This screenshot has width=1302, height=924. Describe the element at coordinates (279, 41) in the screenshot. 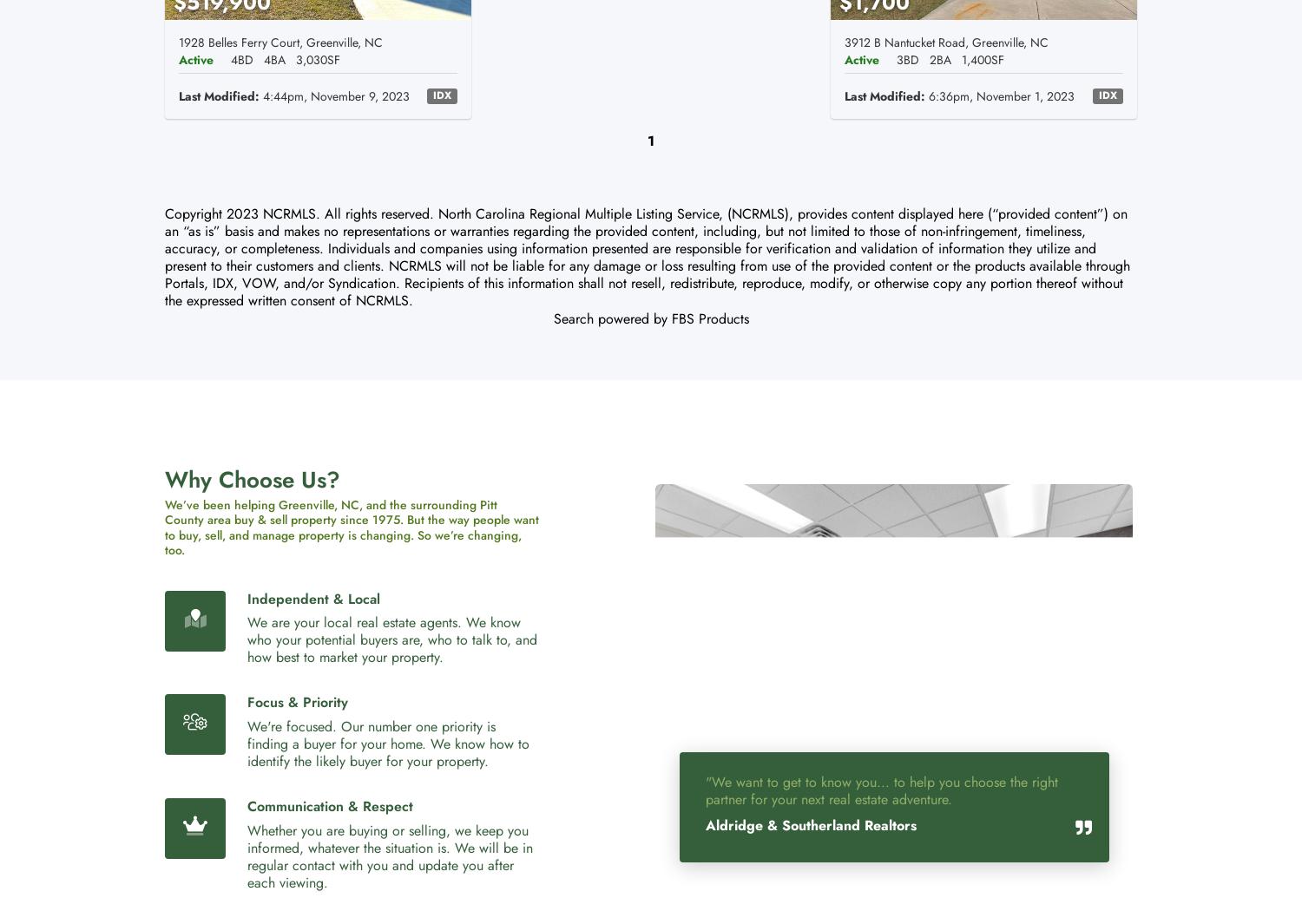

I see `'1928 Belles Ferry Court, Greenville, NC'` at that location.